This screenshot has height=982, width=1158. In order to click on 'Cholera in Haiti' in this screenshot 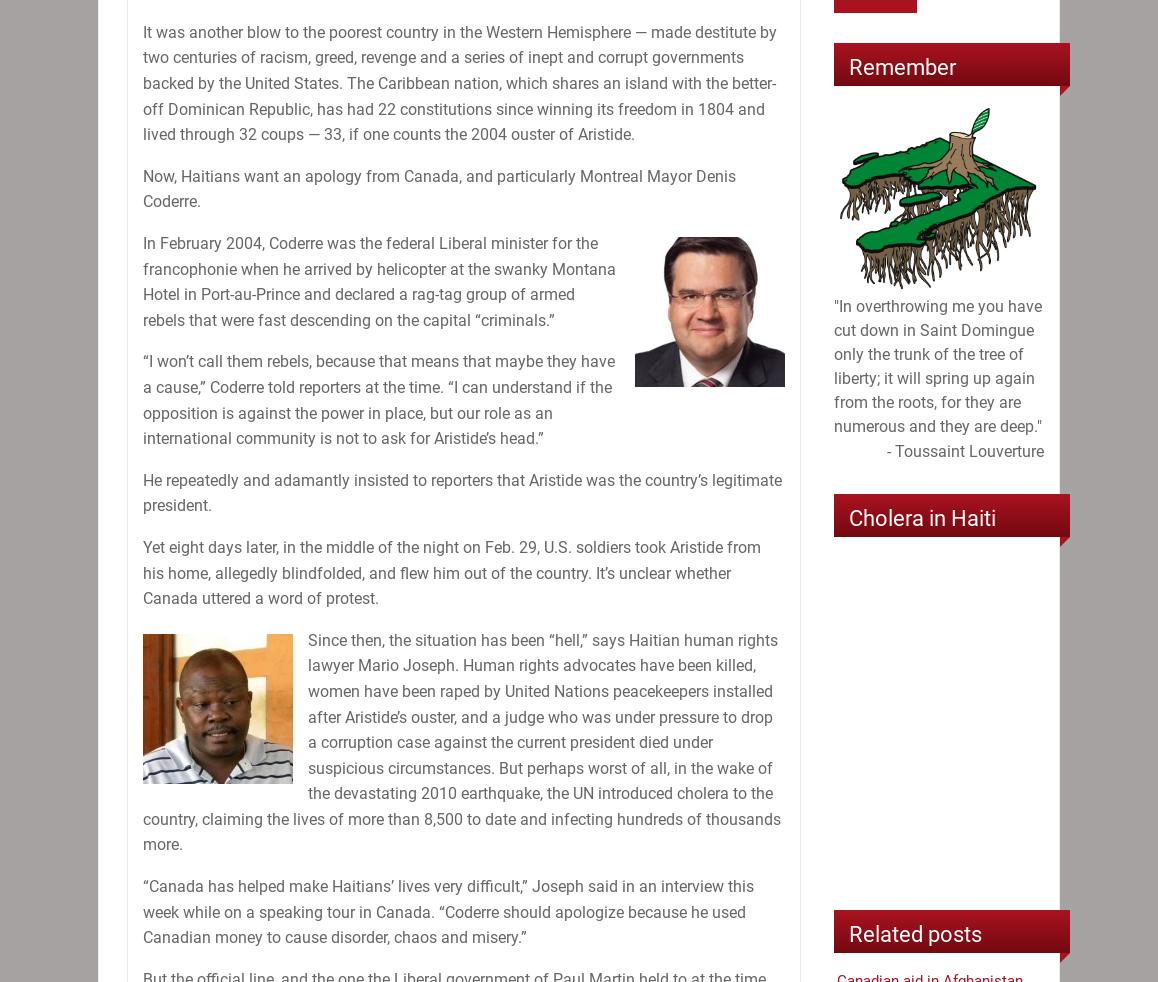, I will do `click(922, 517)`.